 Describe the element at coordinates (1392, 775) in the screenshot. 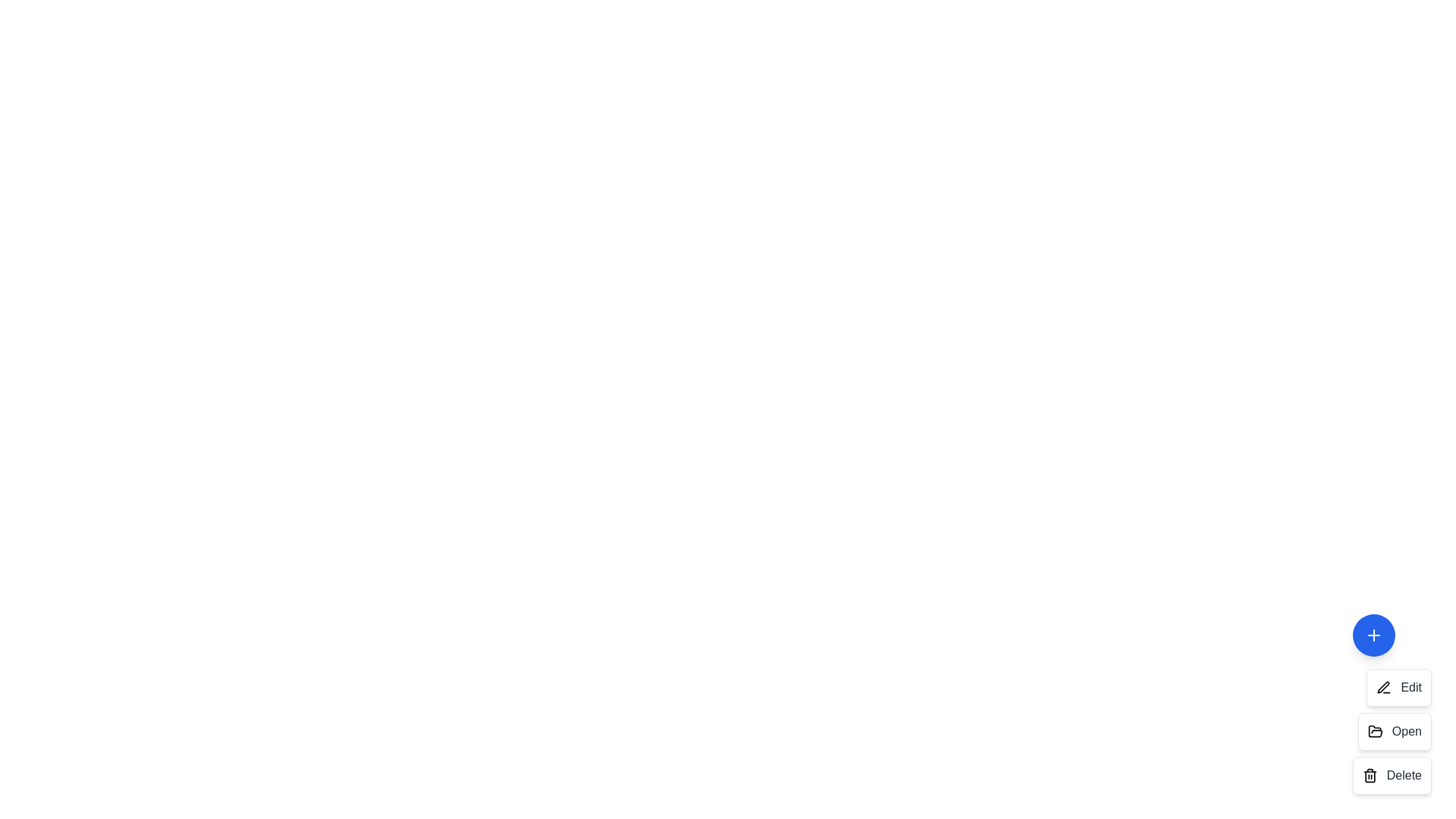

I see `the action item Delete in the speed dial` at that location.